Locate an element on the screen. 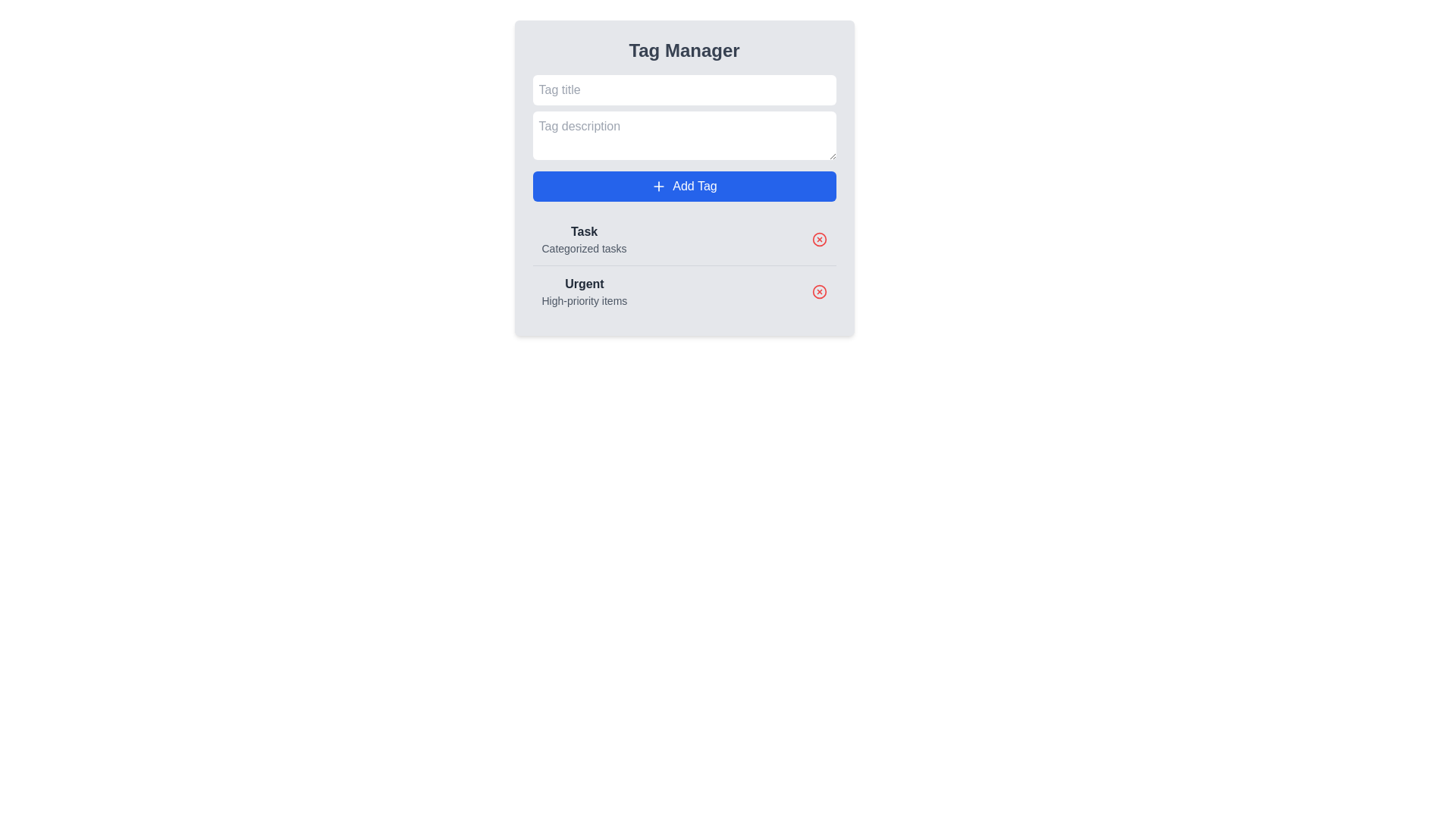 The width and height of the screenshot is (1456, 819). the 'Urgent' text label, which is styled in bold and dark gray, located in the 'Tag Manager' section just above 'High-priority items' is located at coordinates (583, 284).